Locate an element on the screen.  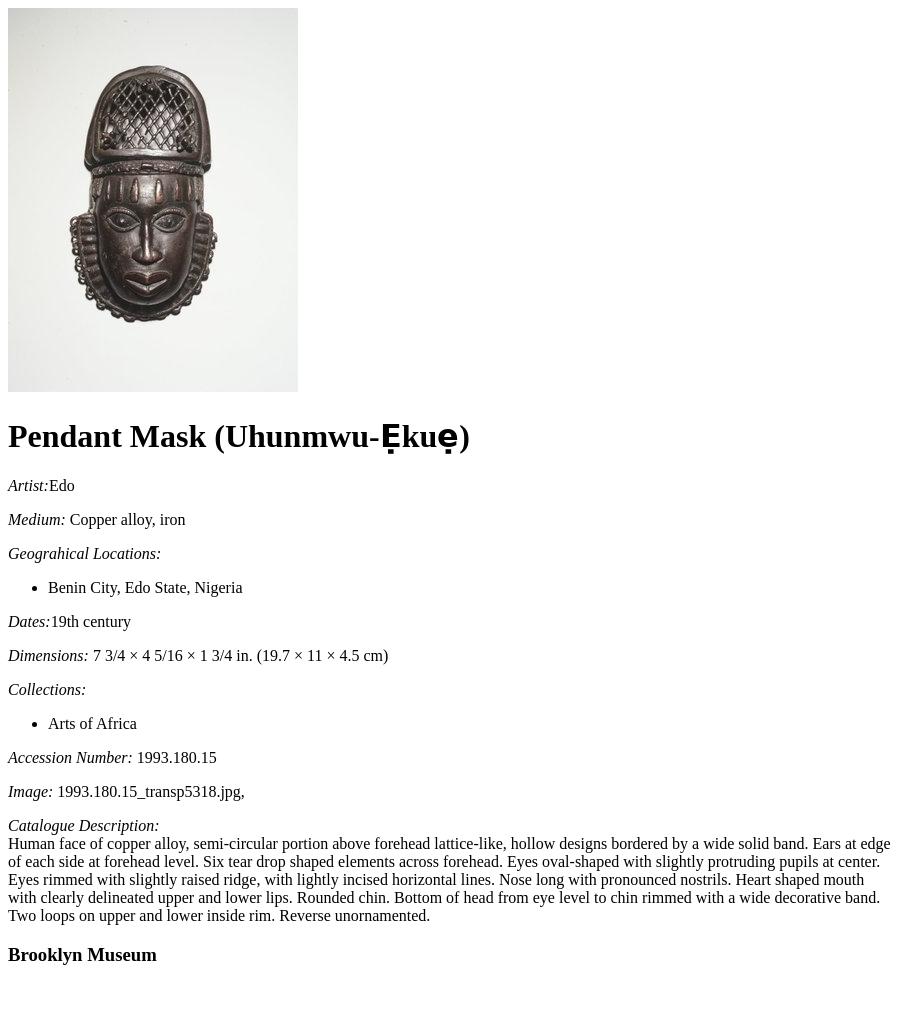
'7 3/4 × 4 5/16 × 1 3/4 in. (19.7 × 11 × 4.5 cm)' is located at coordinates (236, 653).